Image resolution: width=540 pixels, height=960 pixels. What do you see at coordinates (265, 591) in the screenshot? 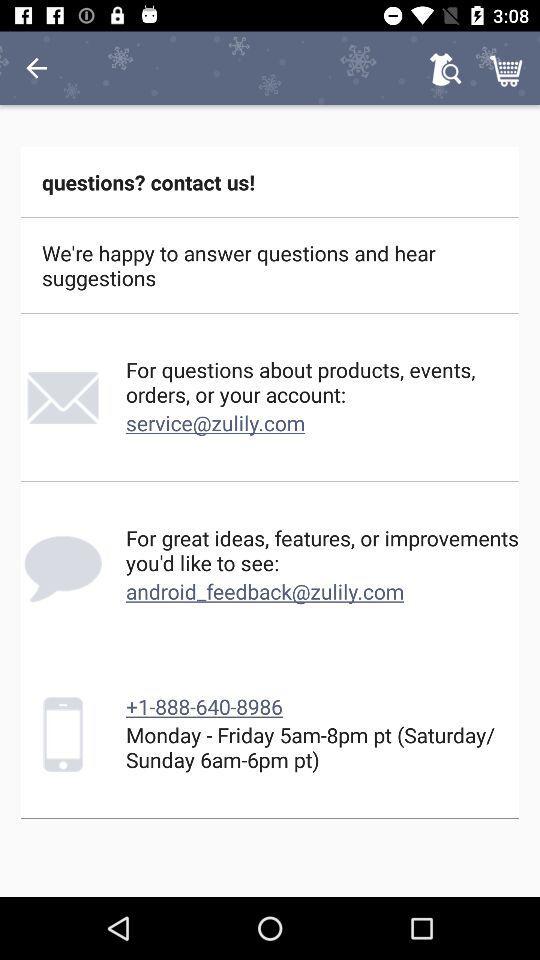
I see `icon above 1 888 640` at bounding box center [265, 591].